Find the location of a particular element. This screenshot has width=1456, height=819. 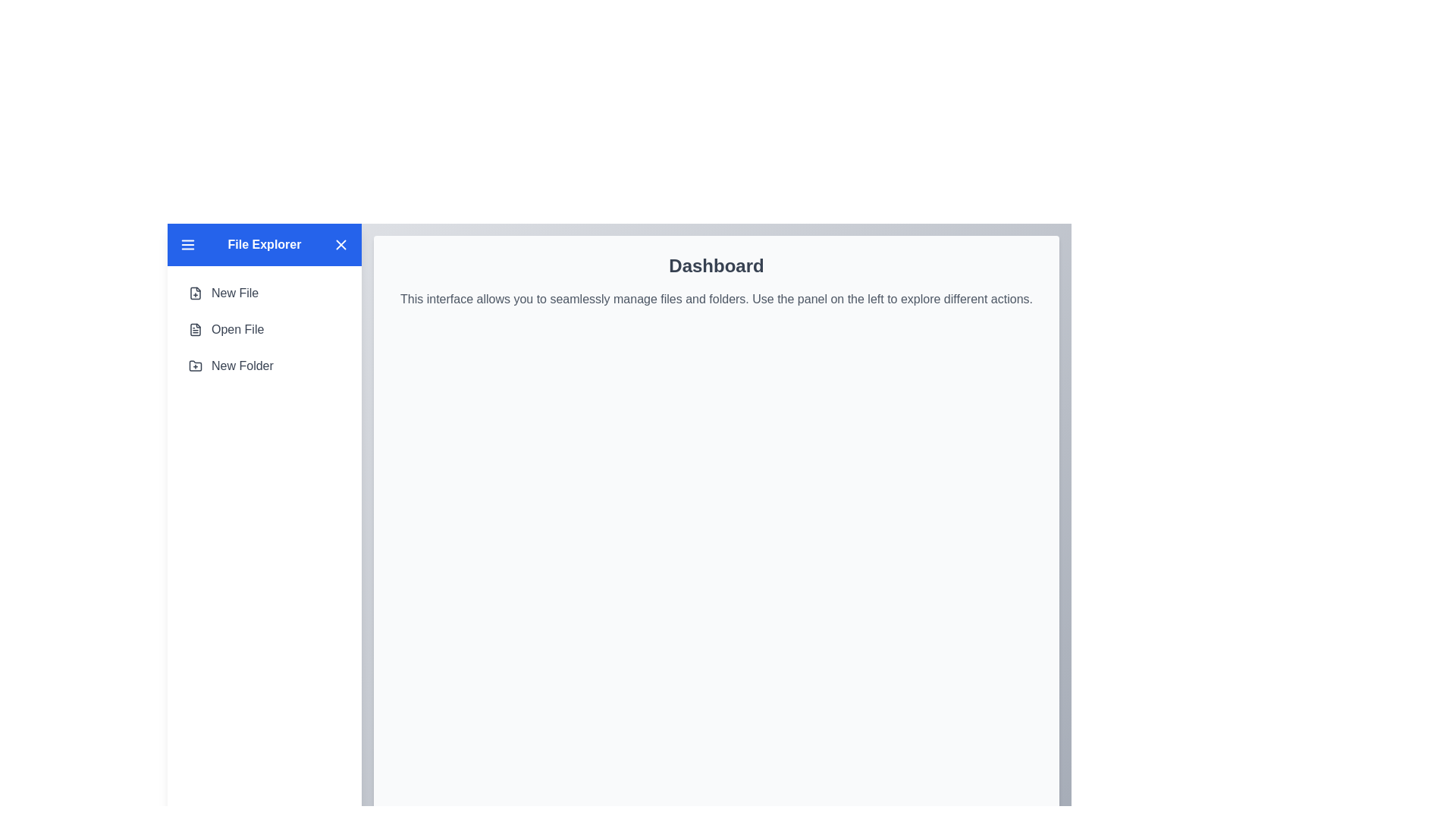

the 'Create New Folder' icon located in the sidebar menu, adjacent to the 'New Folder' label is located at coordinates (195, 366).